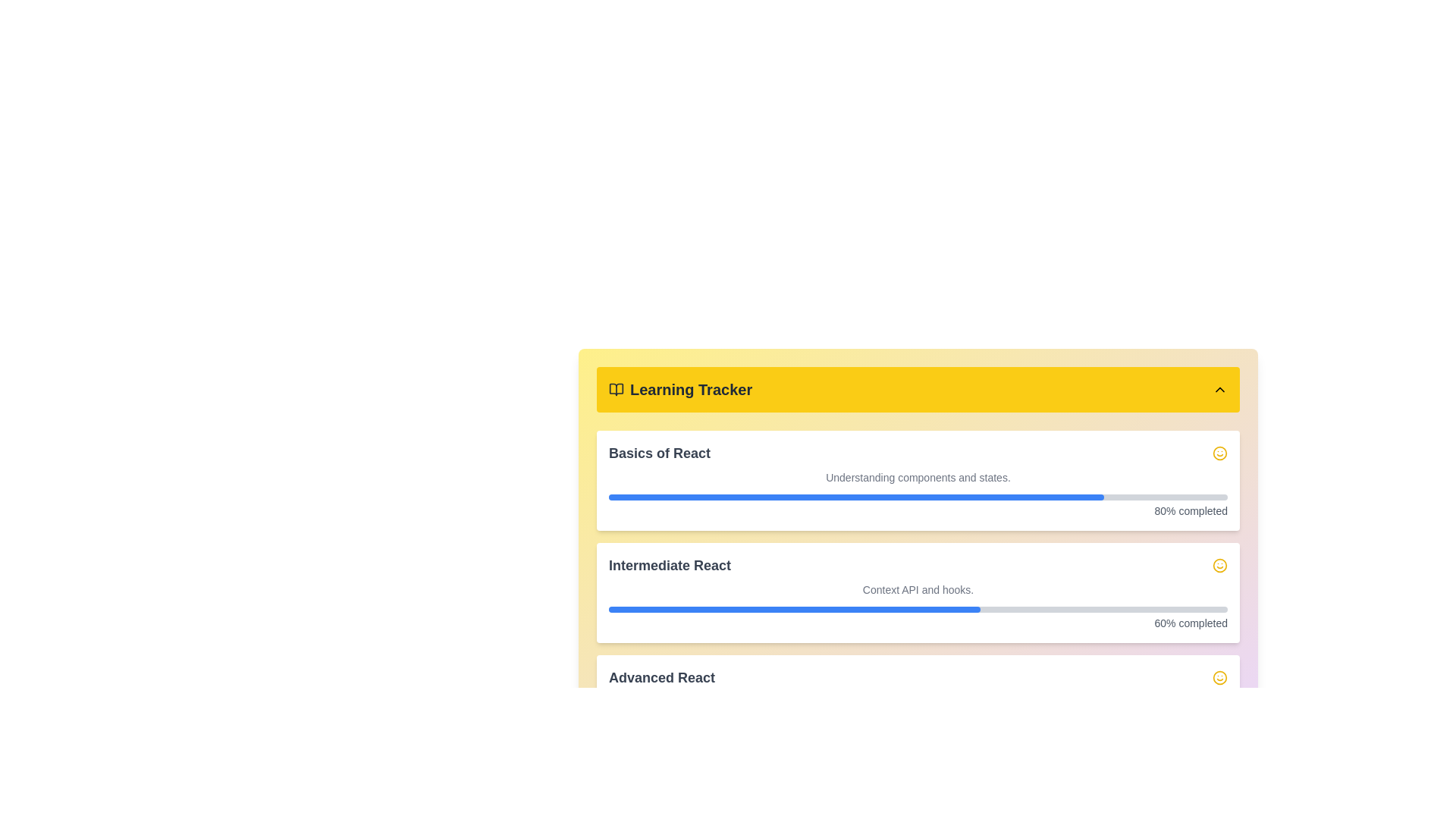  What do you see at coordinates (669, 565) in the screenshot?
I see `the static text label displaying 'Intermediate React' in large, bold, dark-gray font, located in the middle section of the vertical list within the 'Learning Tracker' card` at bounding box center [669, 565].